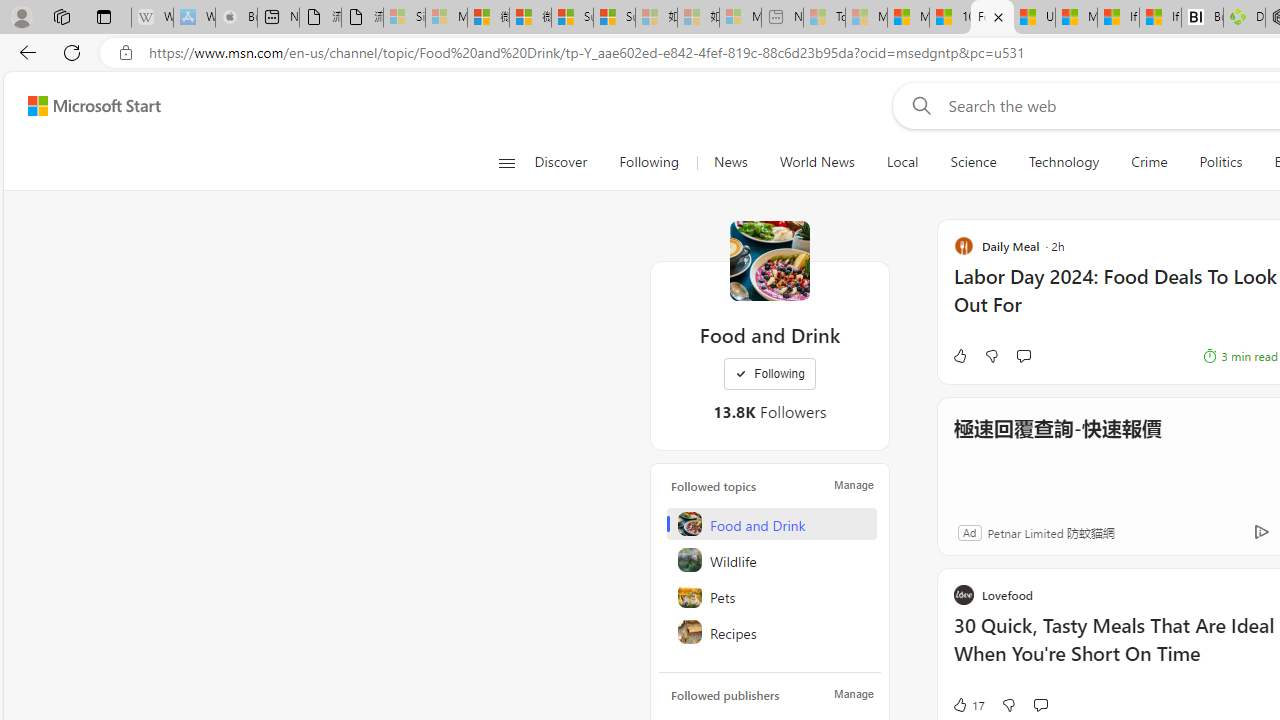 Image resolution: width=1280 pixels, height=720 pixels. I want to click on 'Science', so click(973, 162).